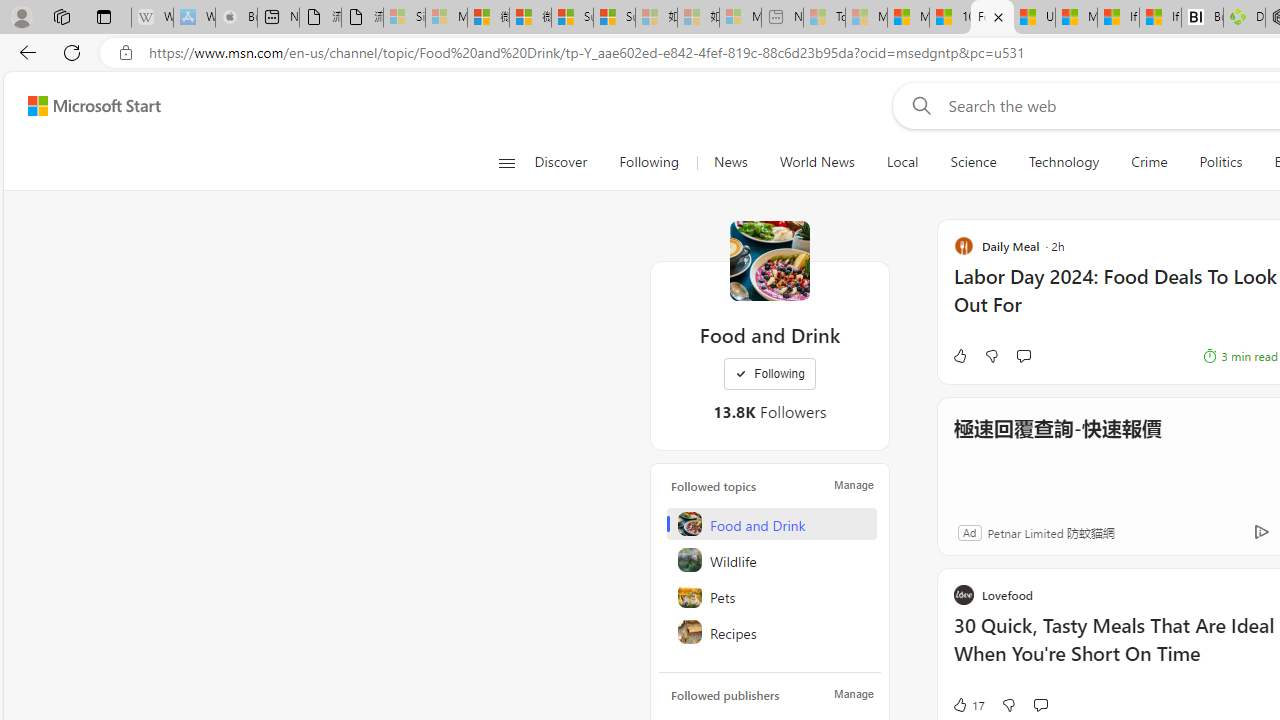 Image resolution: width=1280 pixels, height=720 pixels. I want to click on 'Science', so click(973, 162).